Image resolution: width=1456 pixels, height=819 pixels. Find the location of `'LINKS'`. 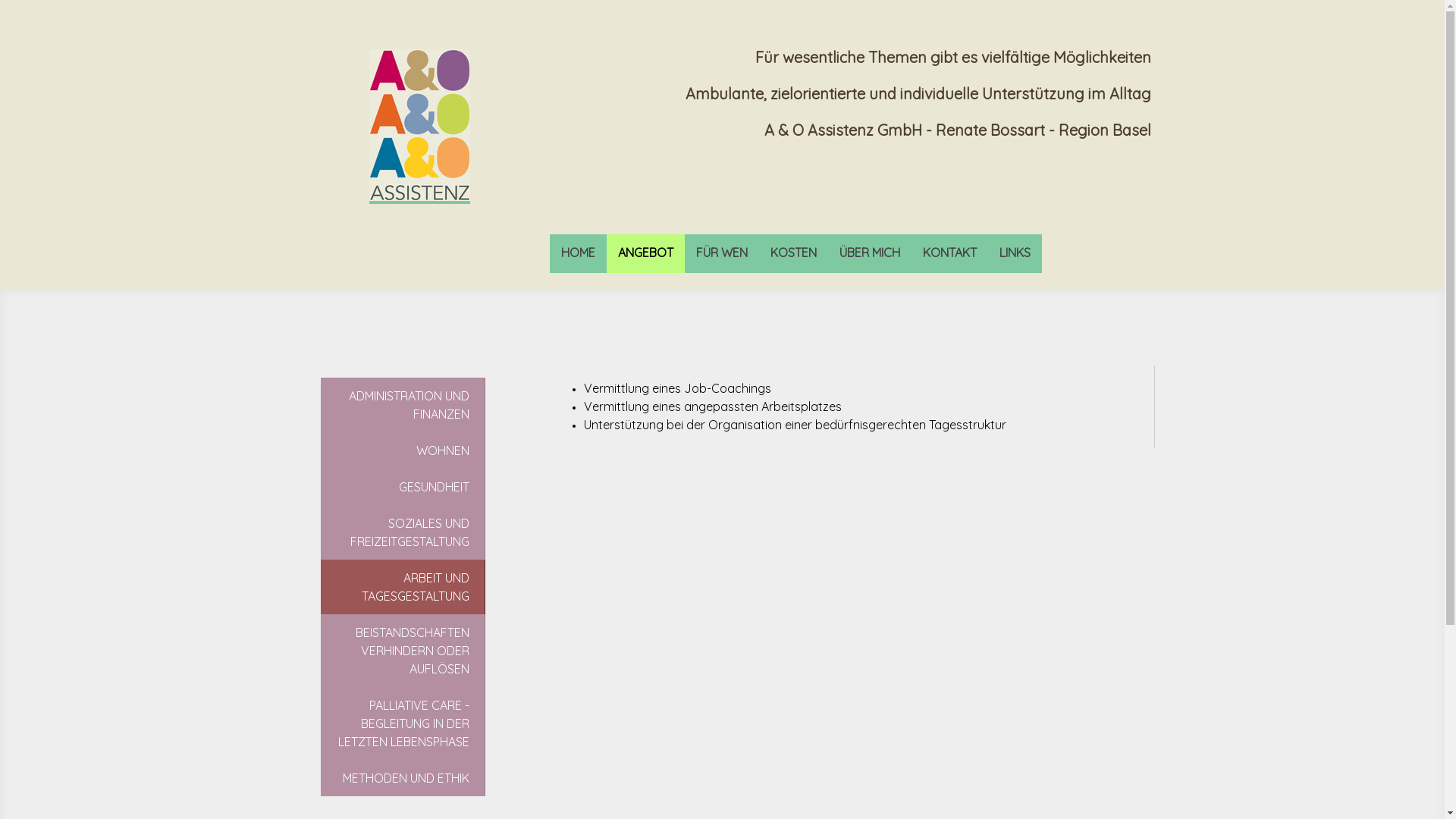

'LINKS' is located at coordinates (1014, 253).